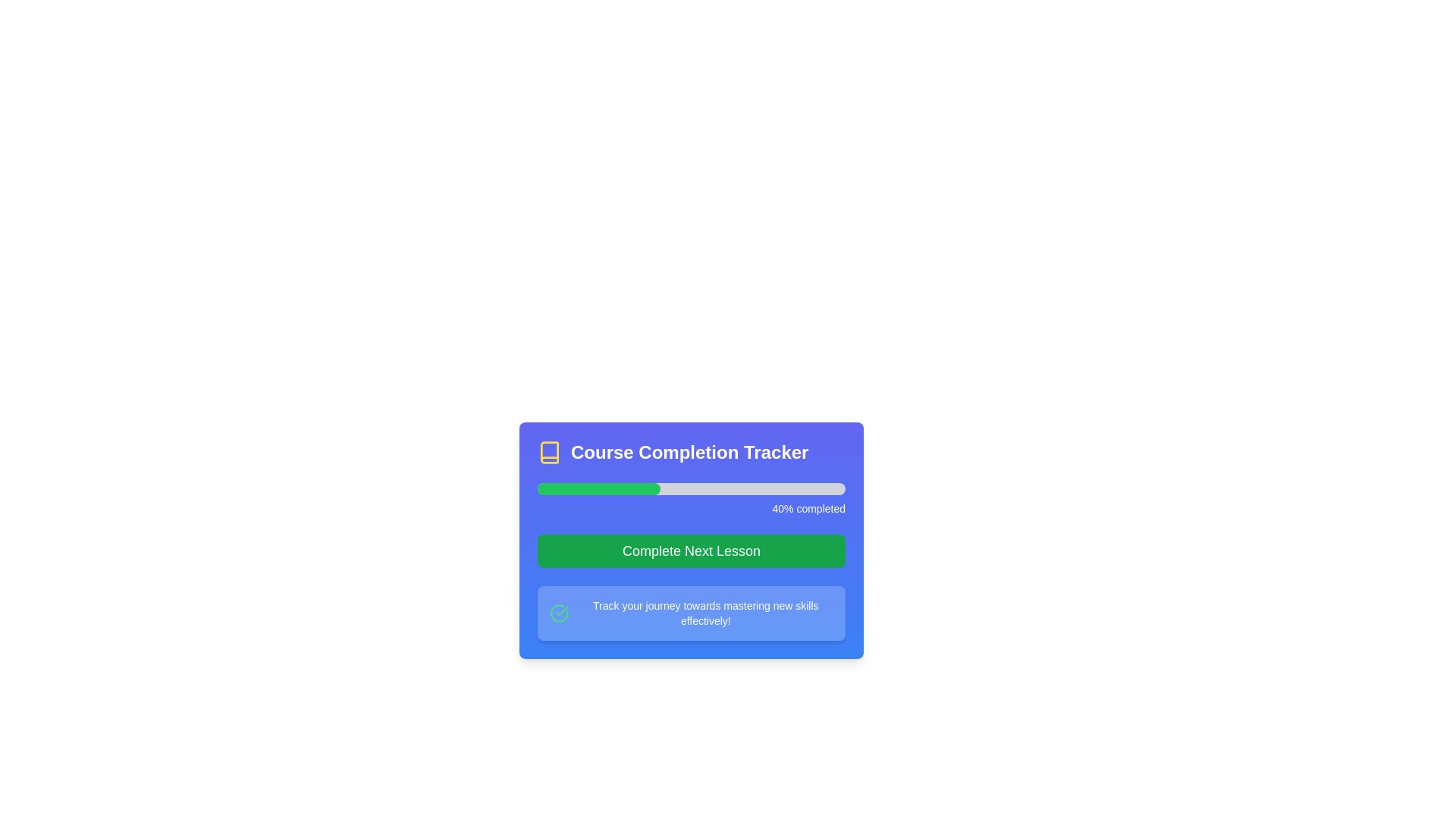  I want to click on the visual indicator icon located at the bottom-right of the course progress card, which marks a step as completed or verified, so click(561, 610).